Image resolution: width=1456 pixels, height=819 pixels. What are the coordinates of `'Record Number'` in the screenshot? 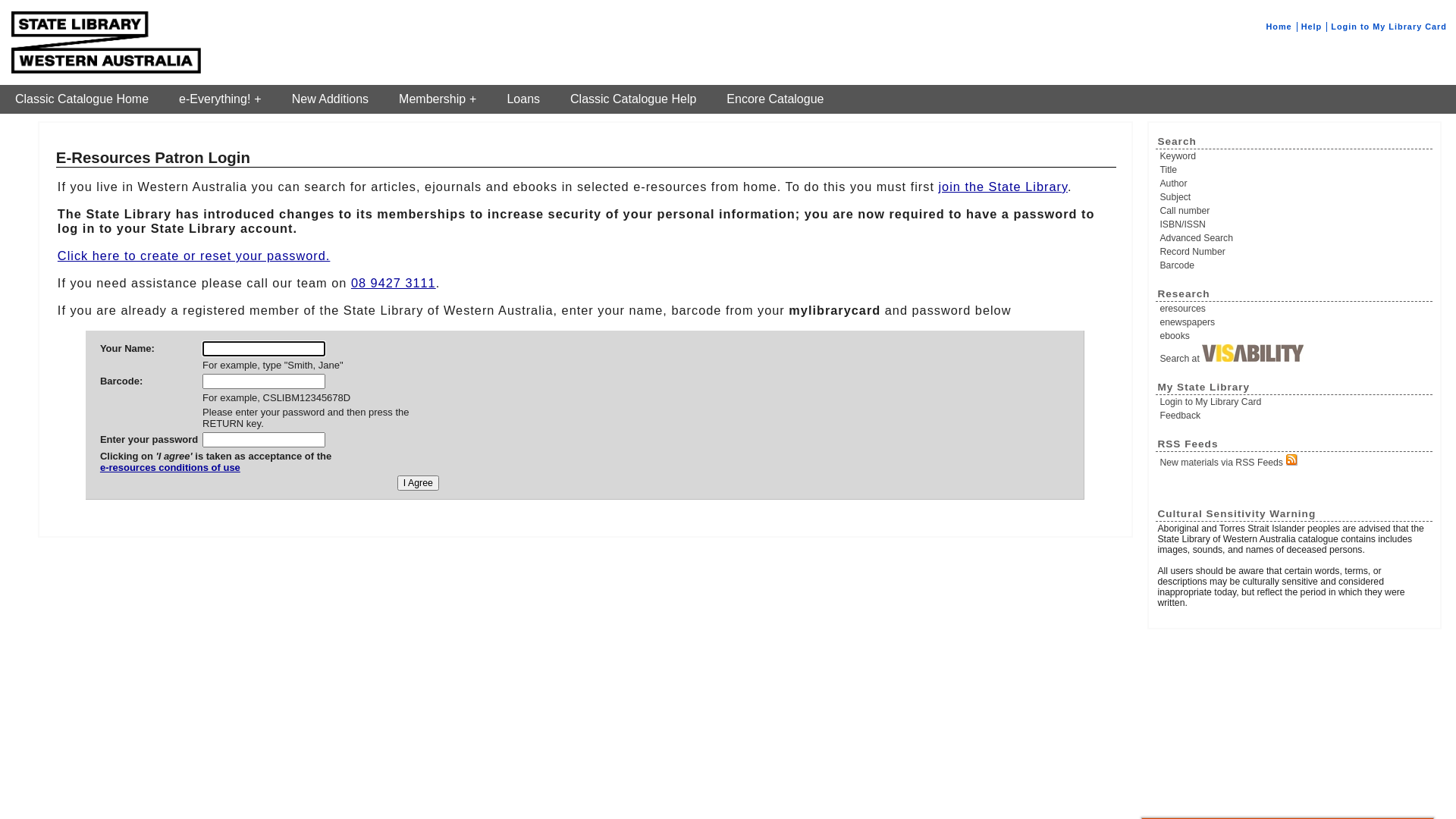 It's located at (1159, 250).